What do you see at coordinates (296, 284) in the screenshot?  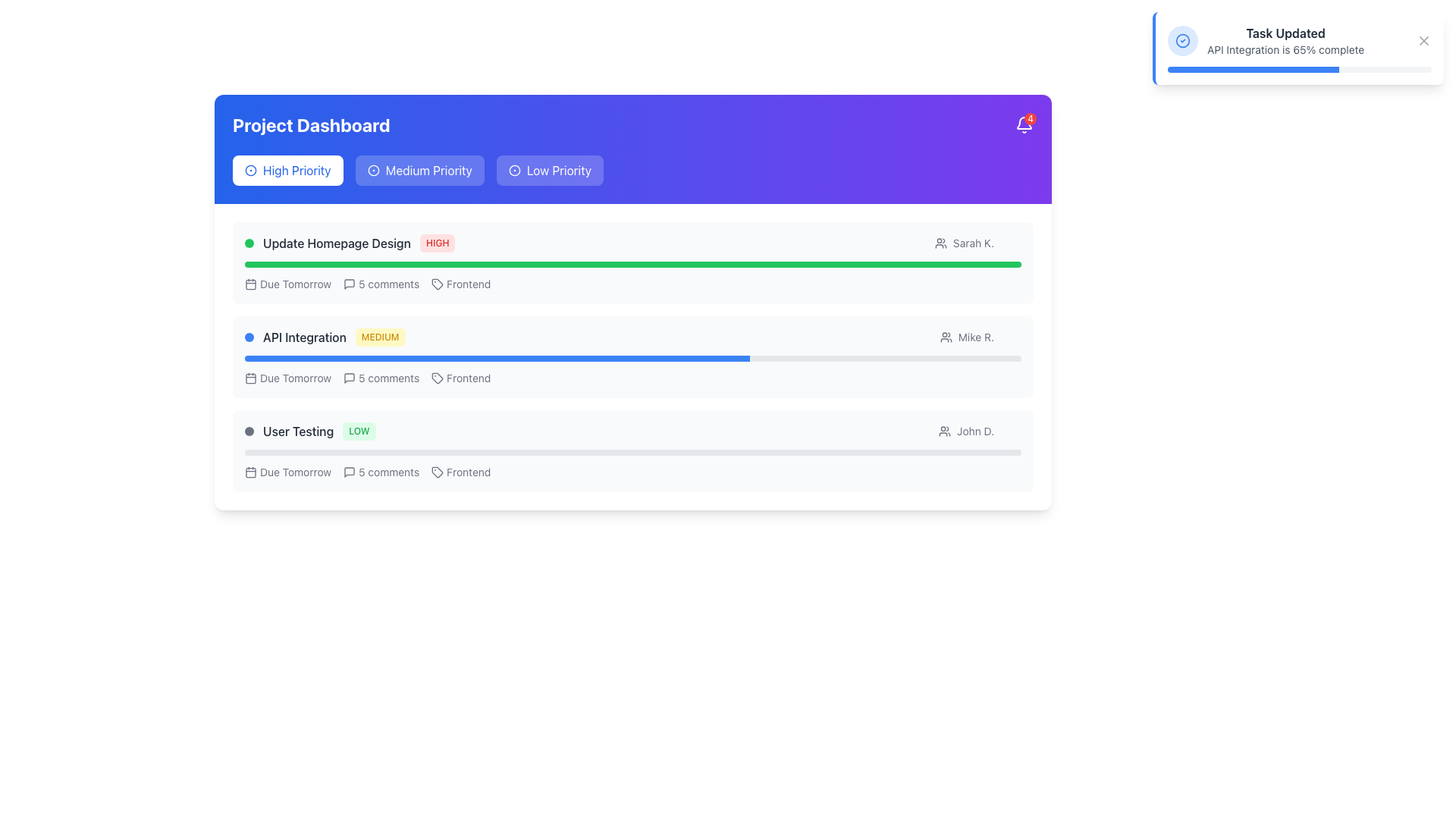 I see `the text label displaying 'Due Tomorrow', which is styled in gray and positioned next to a calendar icon in the 'Update Homepage Design' task entry on the Project Dashboard` at bounding box center [296, 284].